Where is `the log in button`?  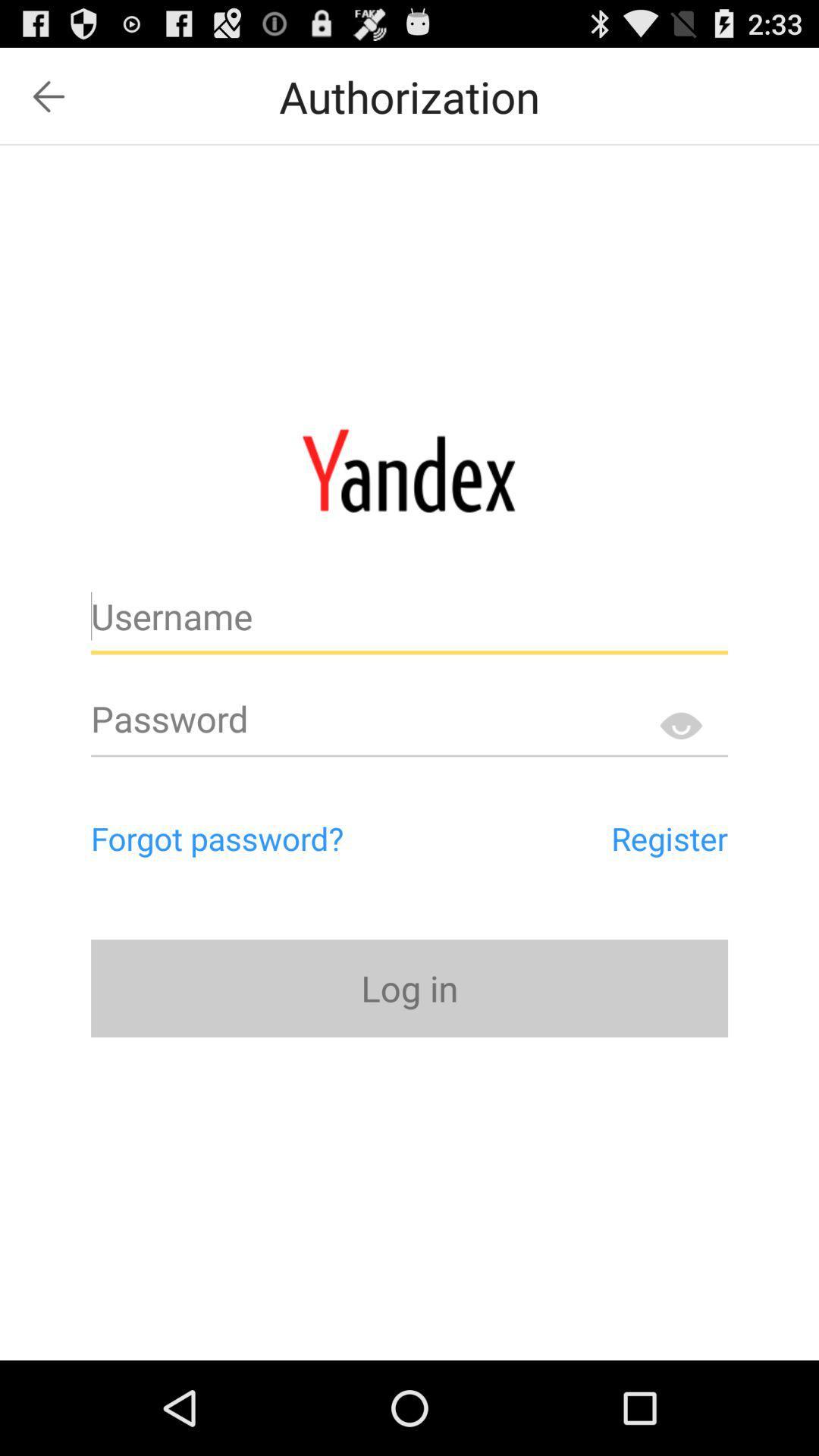
the log in button is located at coordinates (409, 988).